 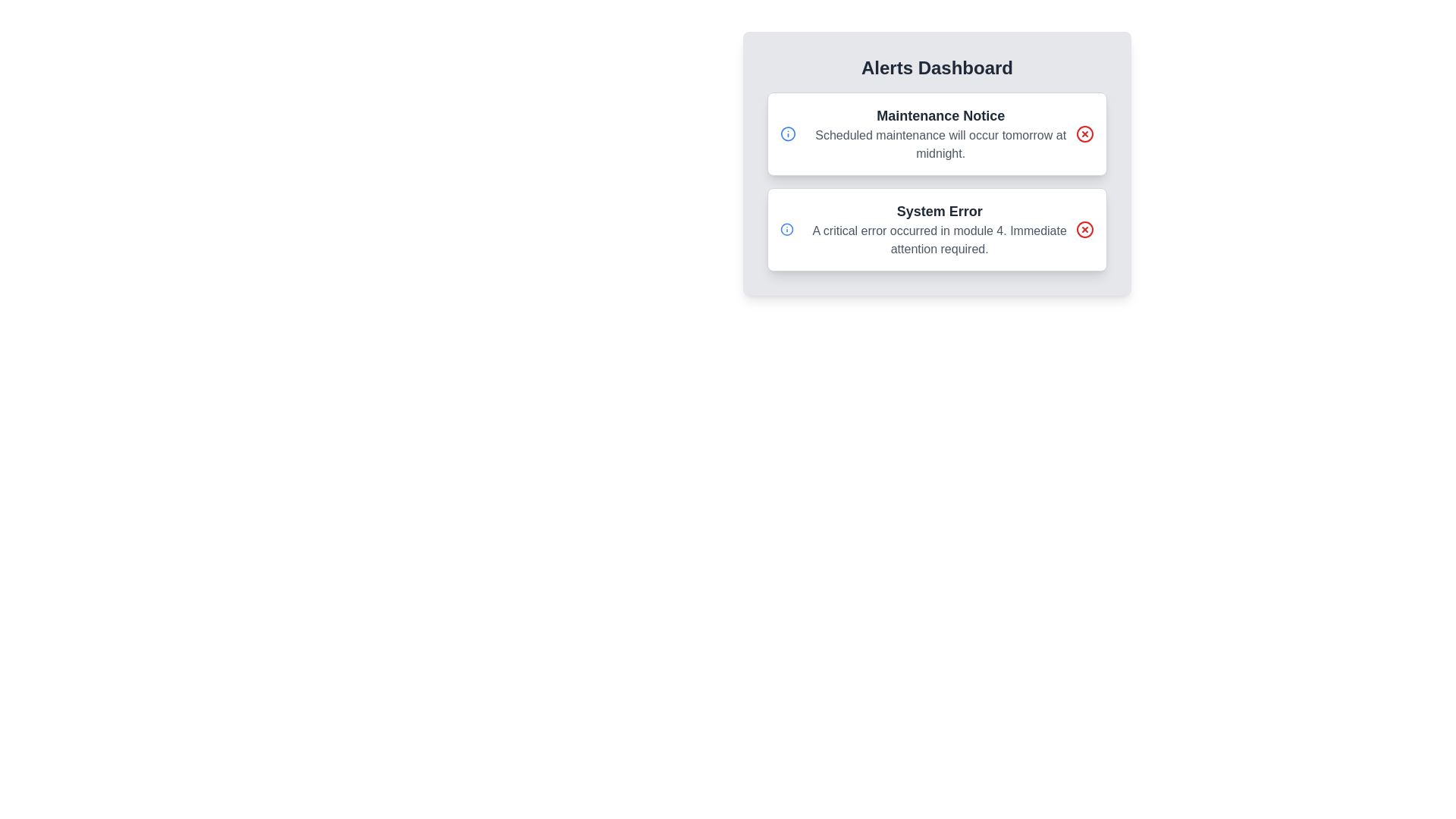 I want to click on the dismiss button of the 'System Error' alert, so click(x=1084, y=230).